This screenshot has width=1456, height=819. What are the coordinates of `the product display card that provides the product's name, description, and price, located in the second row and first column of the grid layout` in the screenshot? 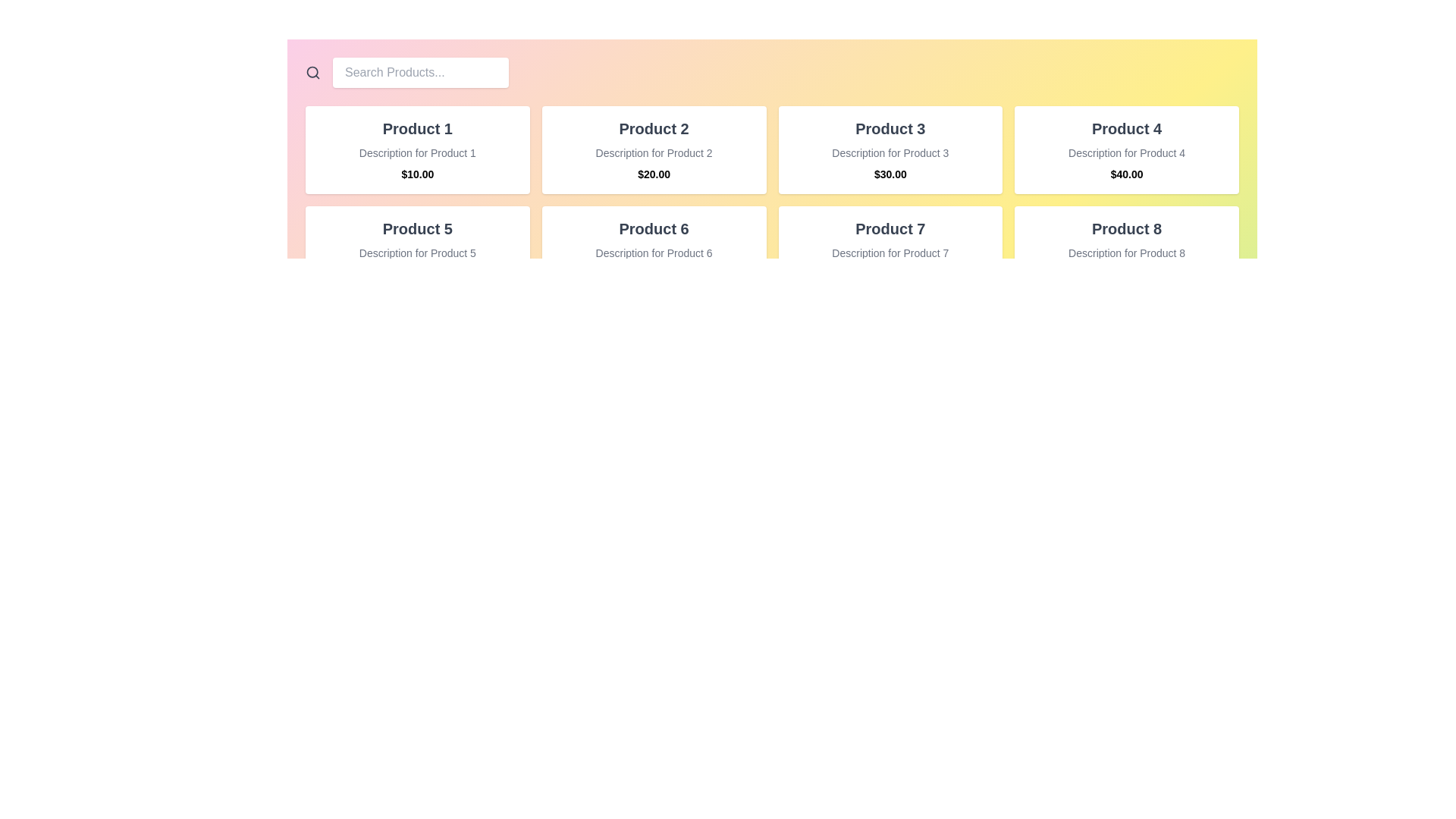 It's located at (417, 249).